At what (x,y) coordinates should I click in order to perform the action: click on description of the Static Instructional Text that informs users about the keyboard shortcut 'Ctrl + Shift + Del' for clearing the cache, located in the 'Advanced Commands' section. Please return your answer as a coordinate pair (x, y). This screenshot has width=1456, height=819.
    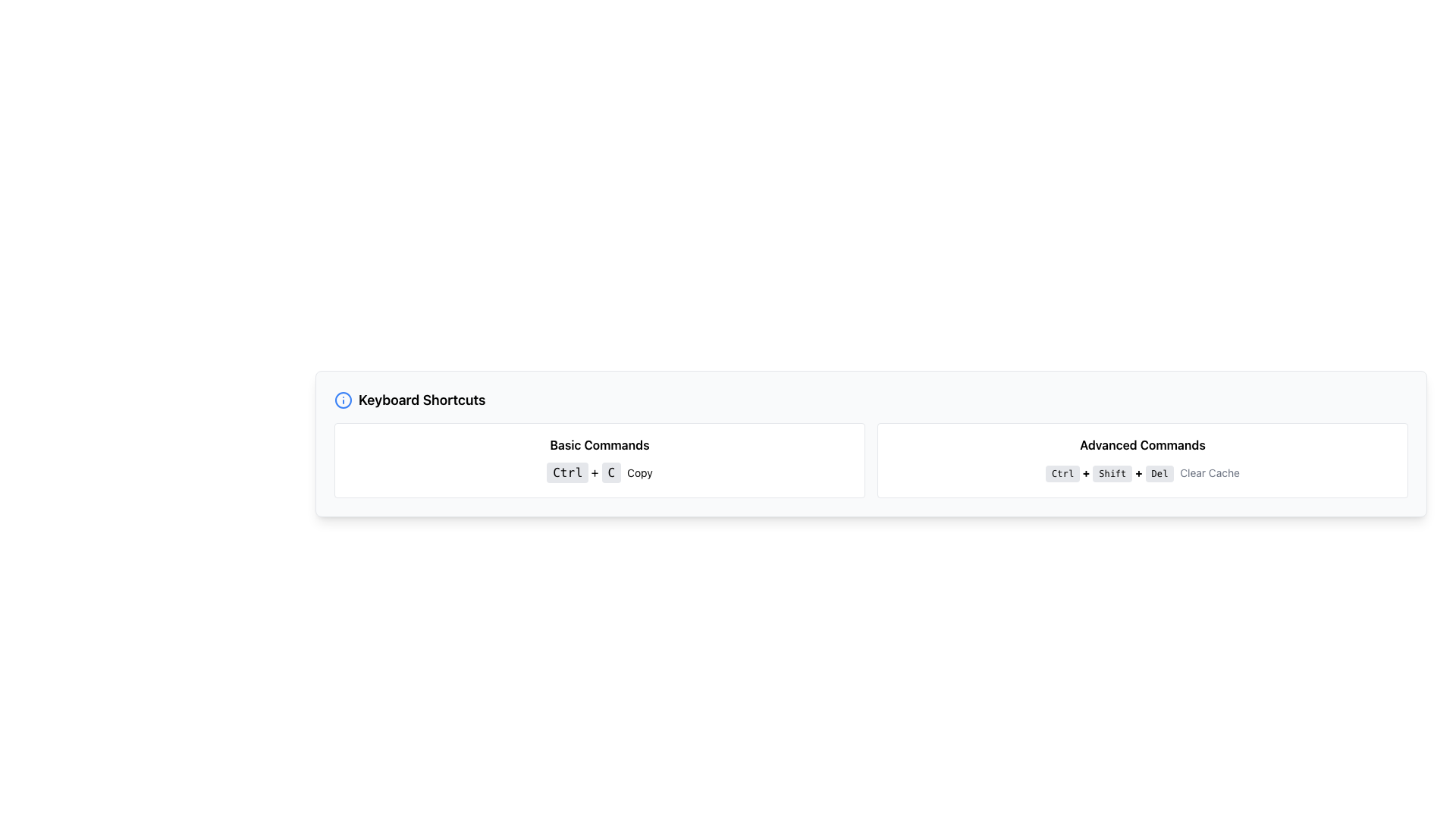
    Looking at the image, I should click on (1143, 472).